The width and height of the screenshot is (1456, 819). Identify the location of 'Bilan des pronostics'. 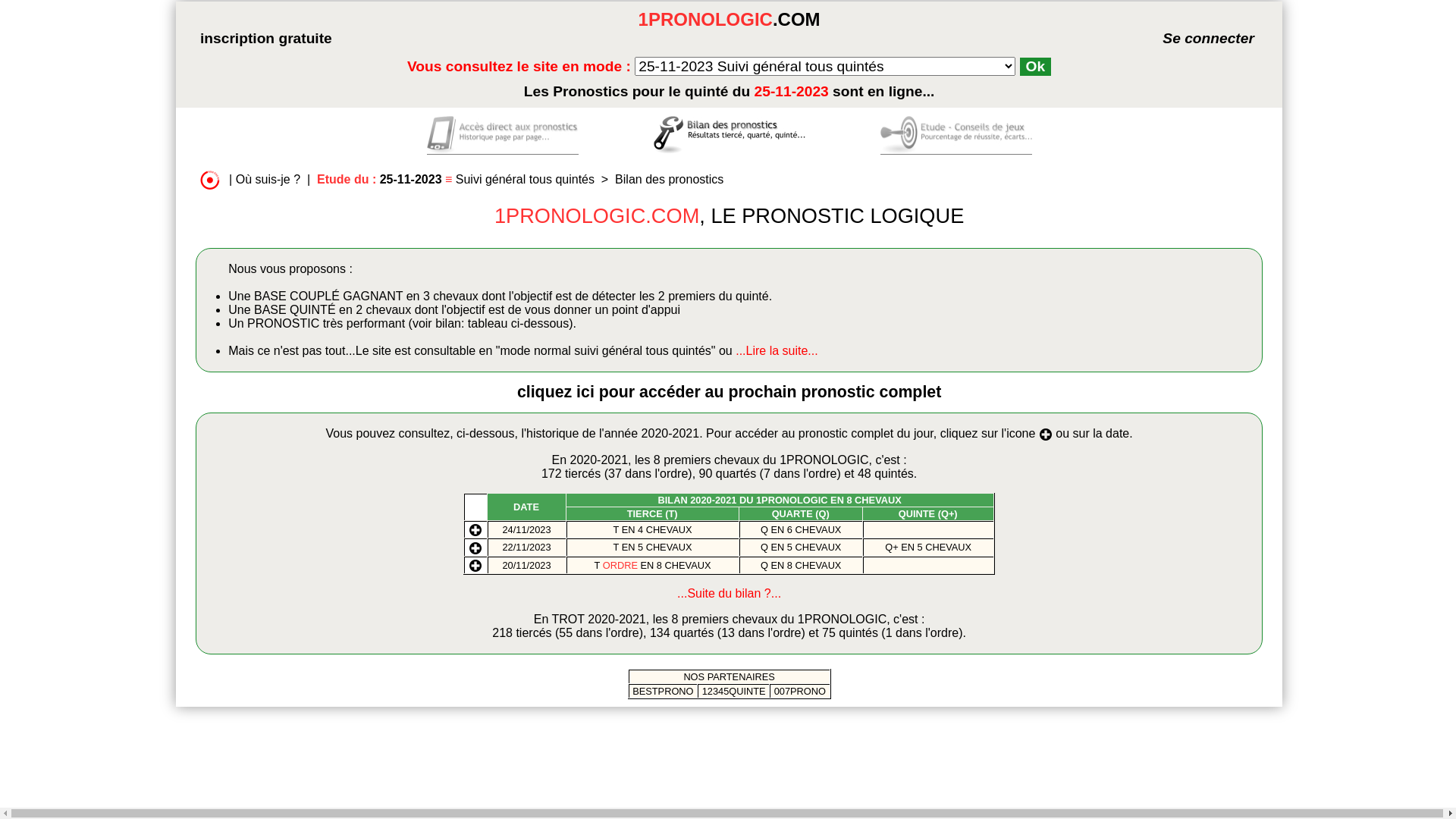
(668, 178).